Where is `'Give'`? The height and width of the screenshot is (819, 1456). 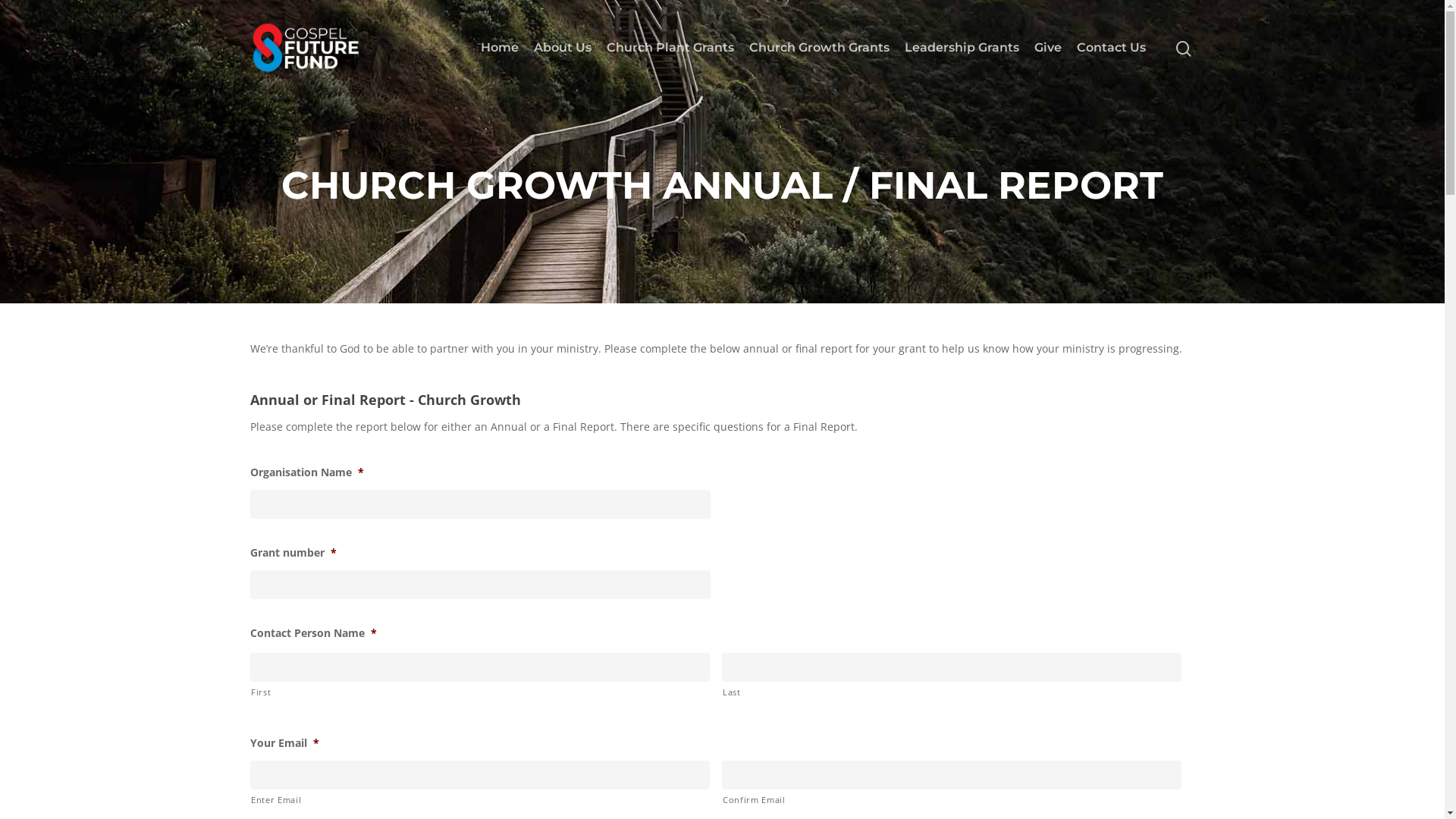
'Give' is located at coordinates (1047, 46).